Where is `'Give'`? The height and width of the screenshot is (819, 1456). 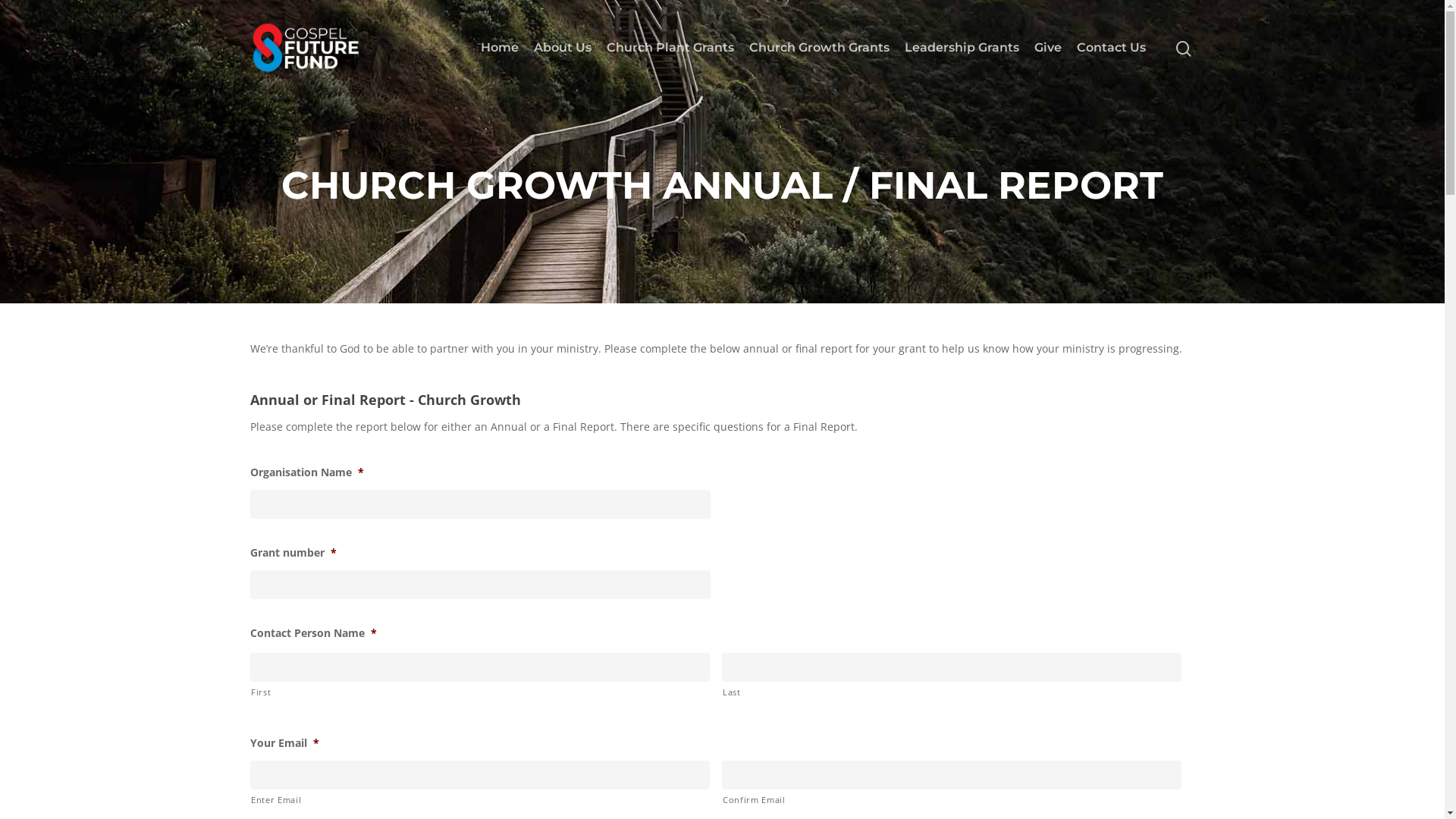
'Give' is located at coordinates (1047, 46).